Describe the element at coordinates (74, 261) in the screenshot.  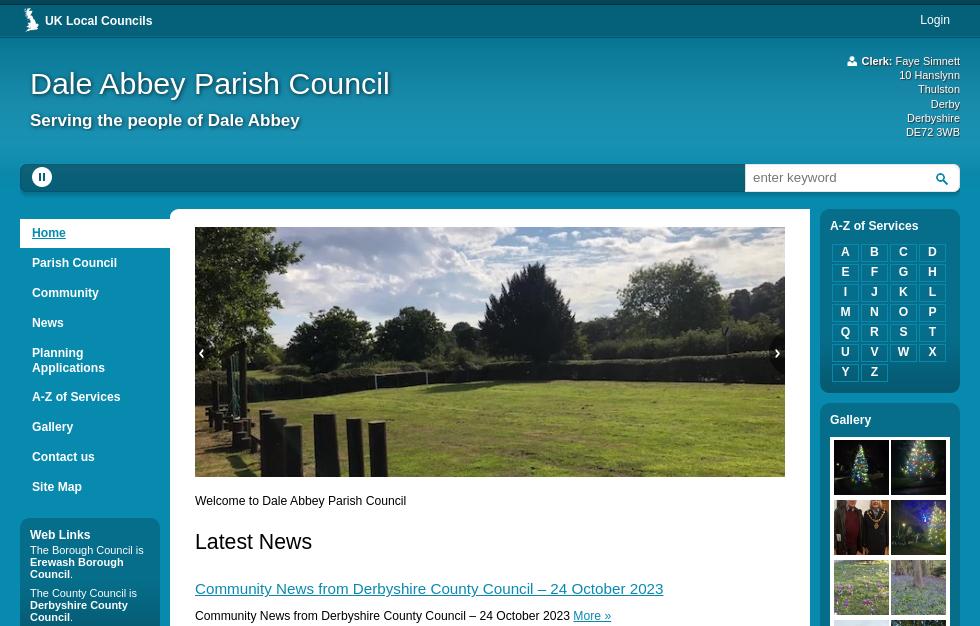
I see `'Parish Council'` at that location.